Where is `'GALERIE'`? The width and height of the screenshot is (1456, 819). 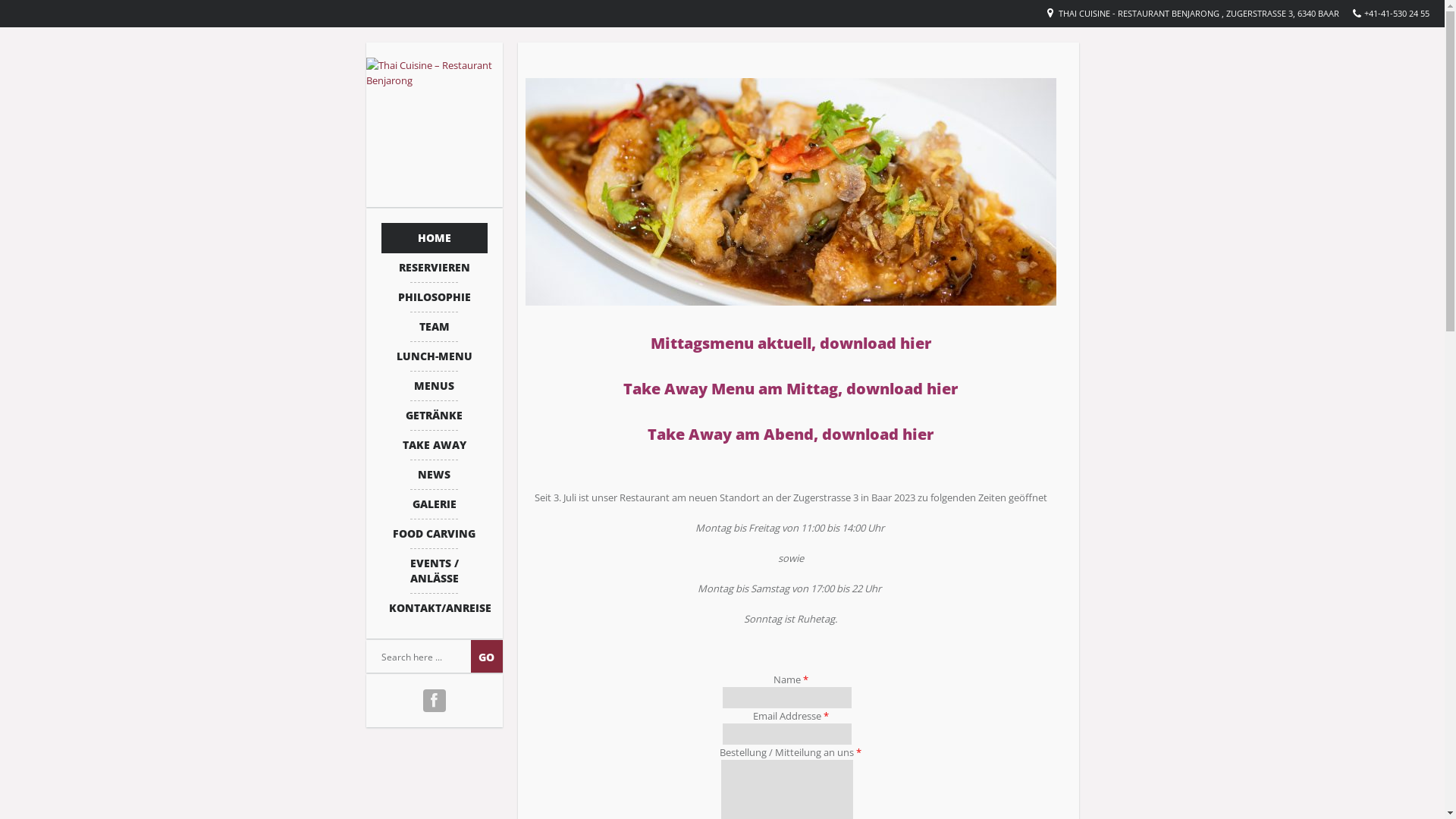
'GALERIE' is located at coordinates (381, 504).